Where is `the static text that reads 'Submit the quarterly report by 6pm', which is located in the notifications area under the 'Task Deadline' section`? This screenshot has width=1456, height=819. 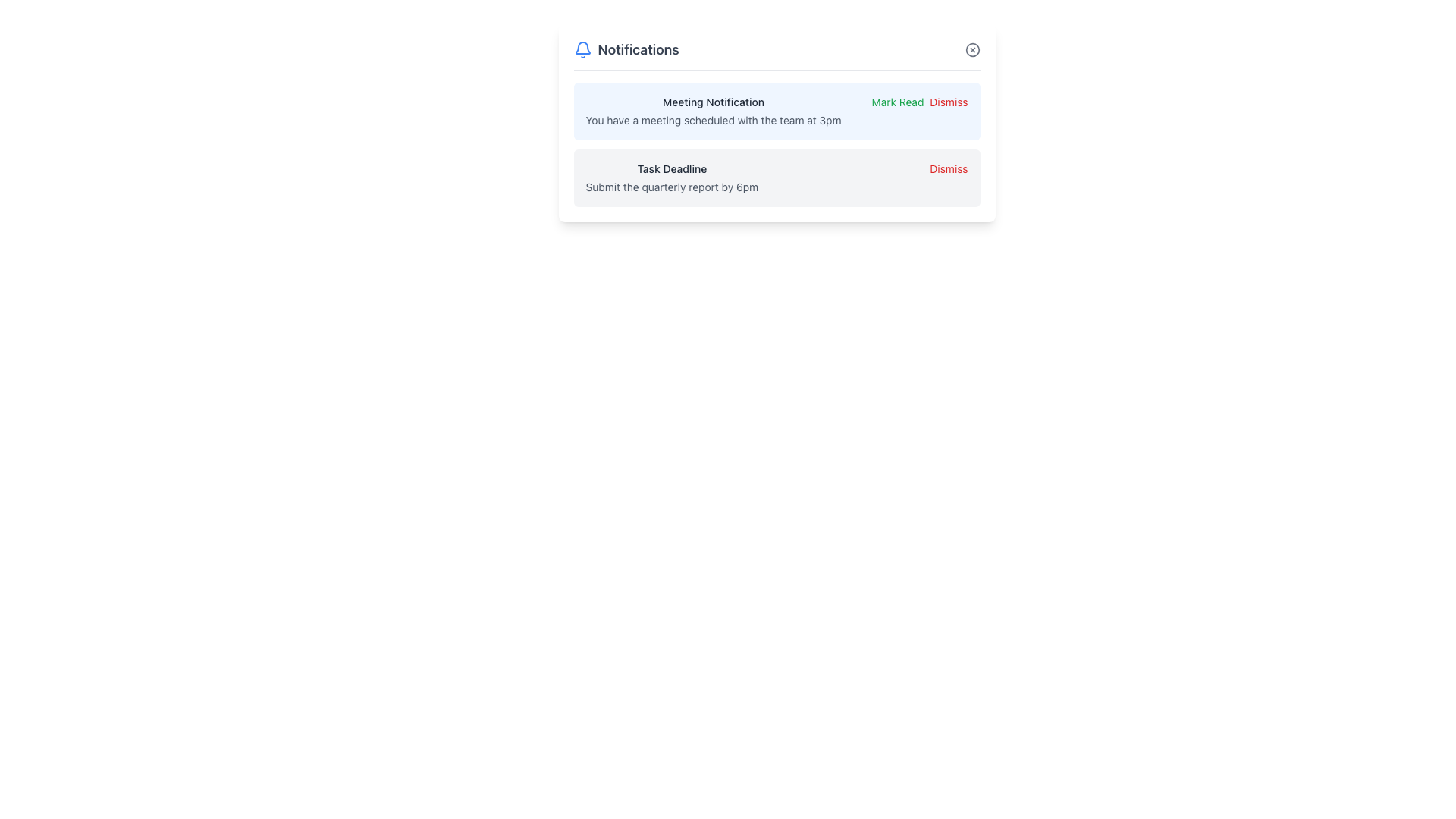
the static text that reads 'Submit the quarterly report by 6pm', which is located in the notifications area under the 'Task Deadline' section is located at coordinates (671, 186).